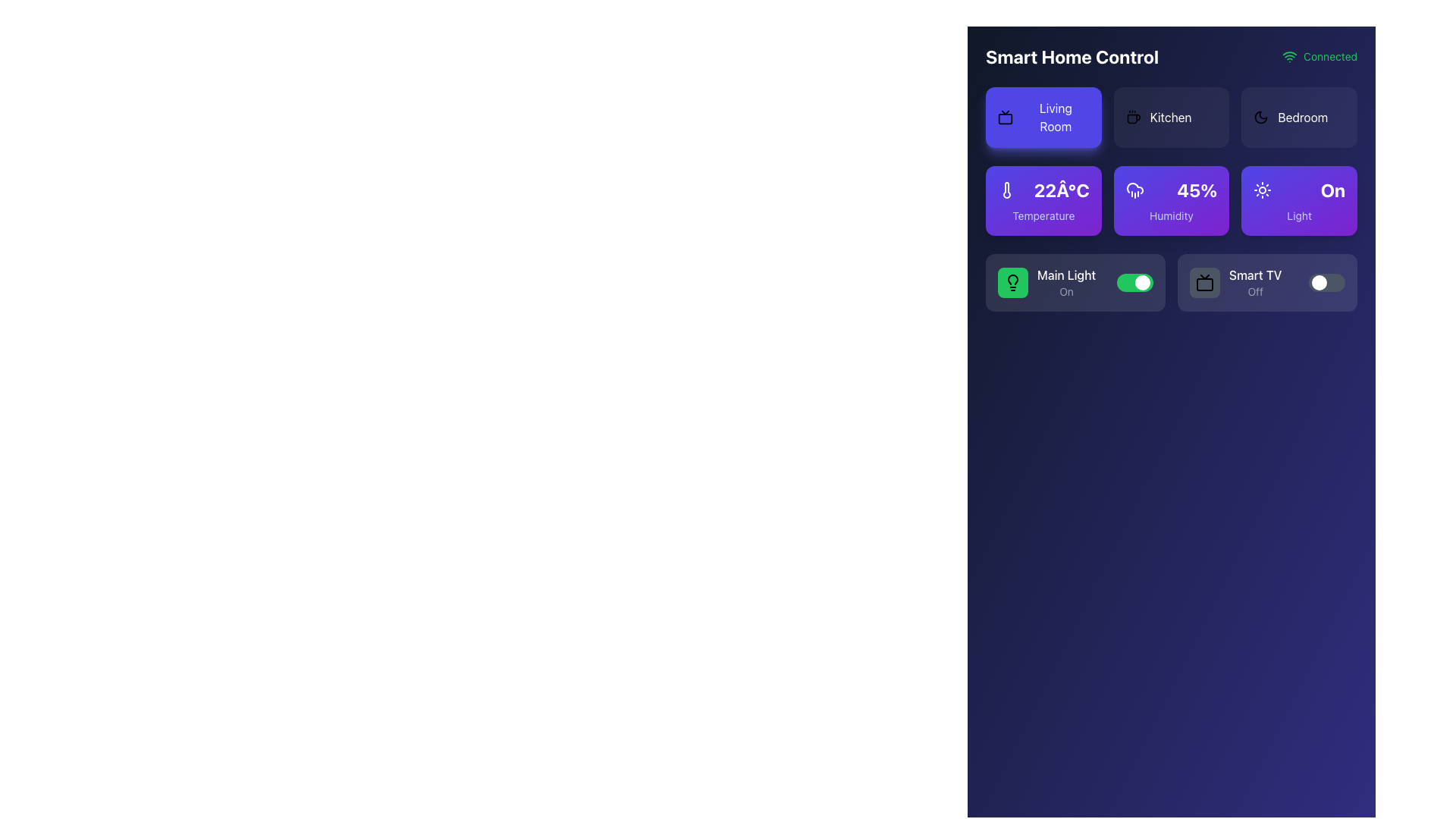  Describe the element at coordinates (1043, 189) in the screenshot. I see `the temperature display field indicating '22Â°C' in the Smart Home Control interface` at that location.